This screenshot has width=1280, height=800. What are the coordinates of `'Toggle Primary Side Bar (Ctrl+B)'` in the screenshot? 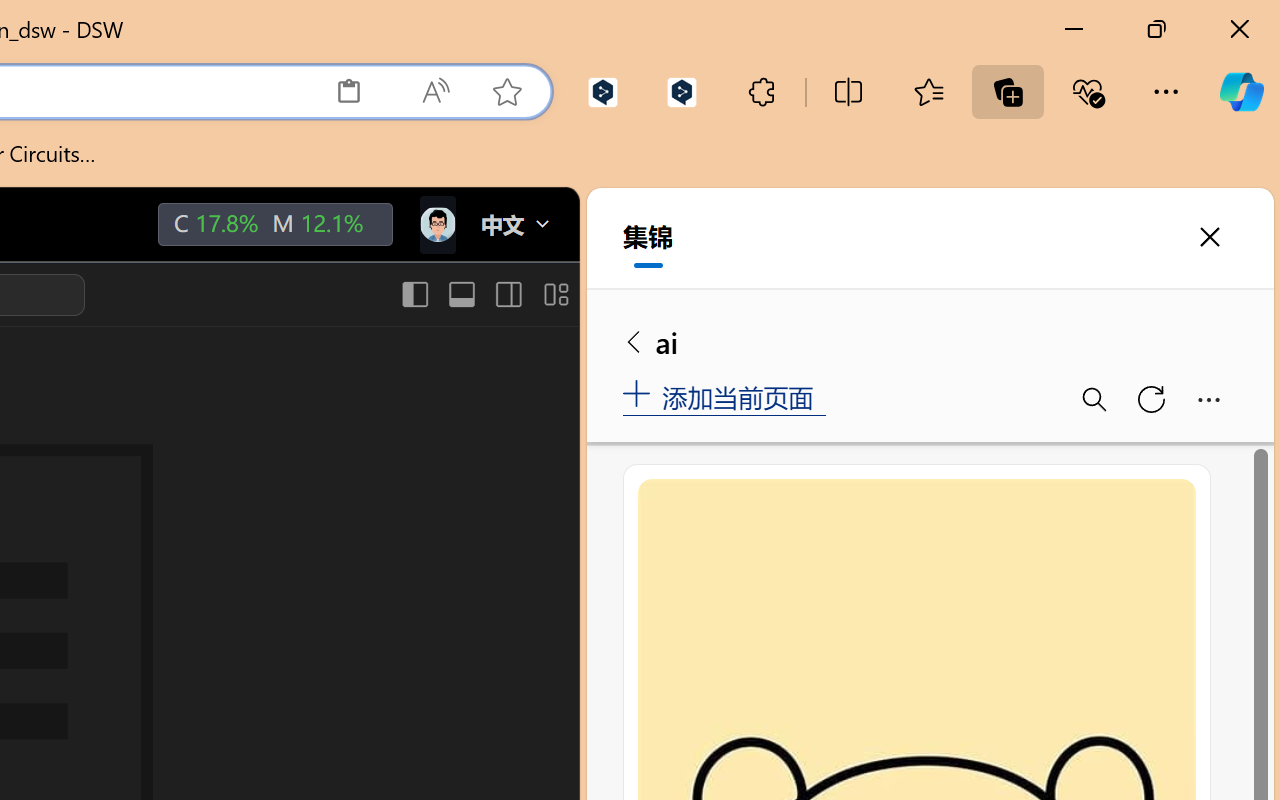 It's located at (413, 294).